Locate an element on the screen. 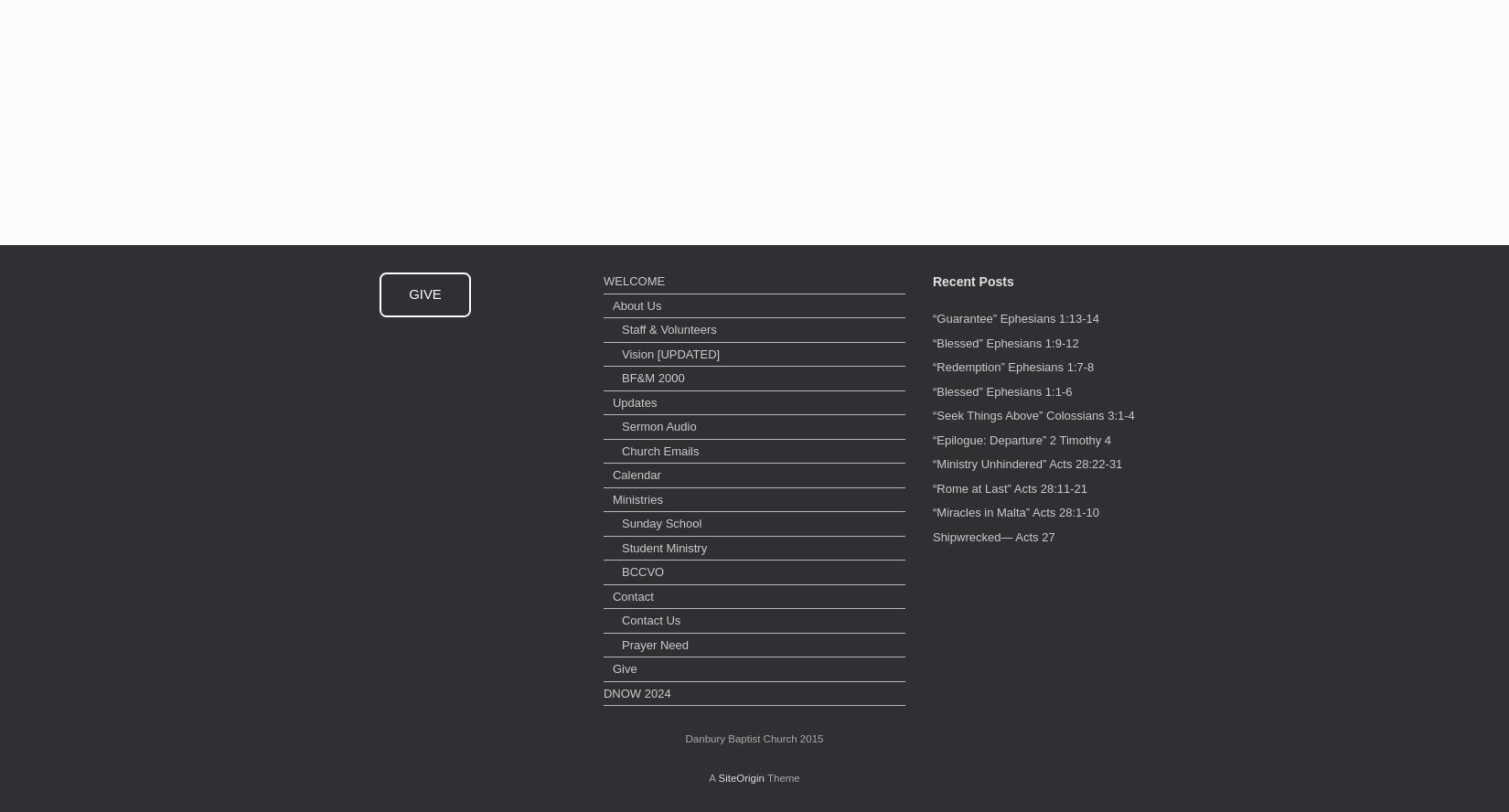 This screenshot has height=812, width=1509. '“Ministry Unhindered” Acts 28:22-31' is located at coordinates (1026, 463).